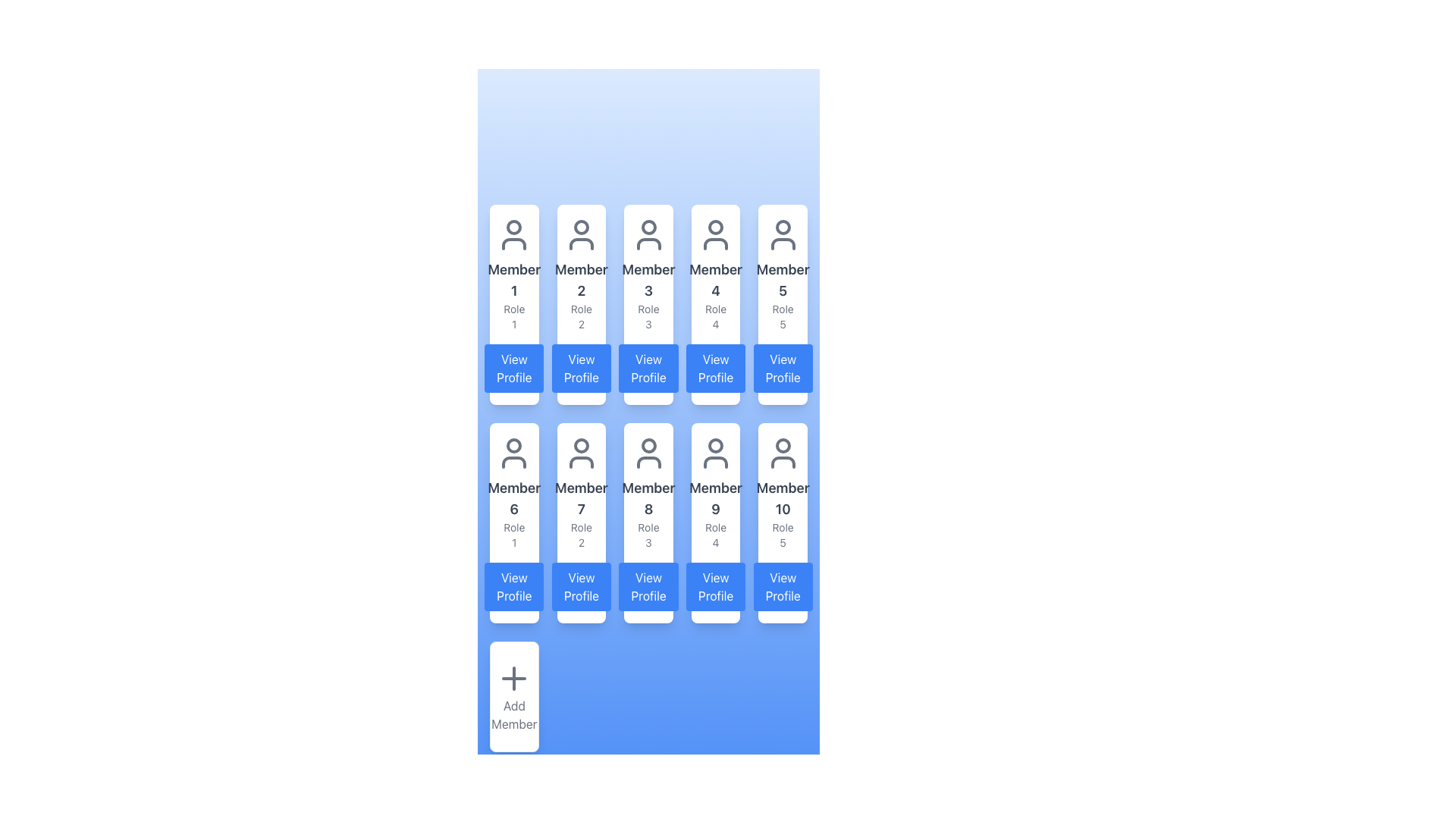 This screenshot has height=819, width=1456. I want to click on the circular graphical element representing the user icon located in the second member card of the first row in the grid, so click(580, 227).